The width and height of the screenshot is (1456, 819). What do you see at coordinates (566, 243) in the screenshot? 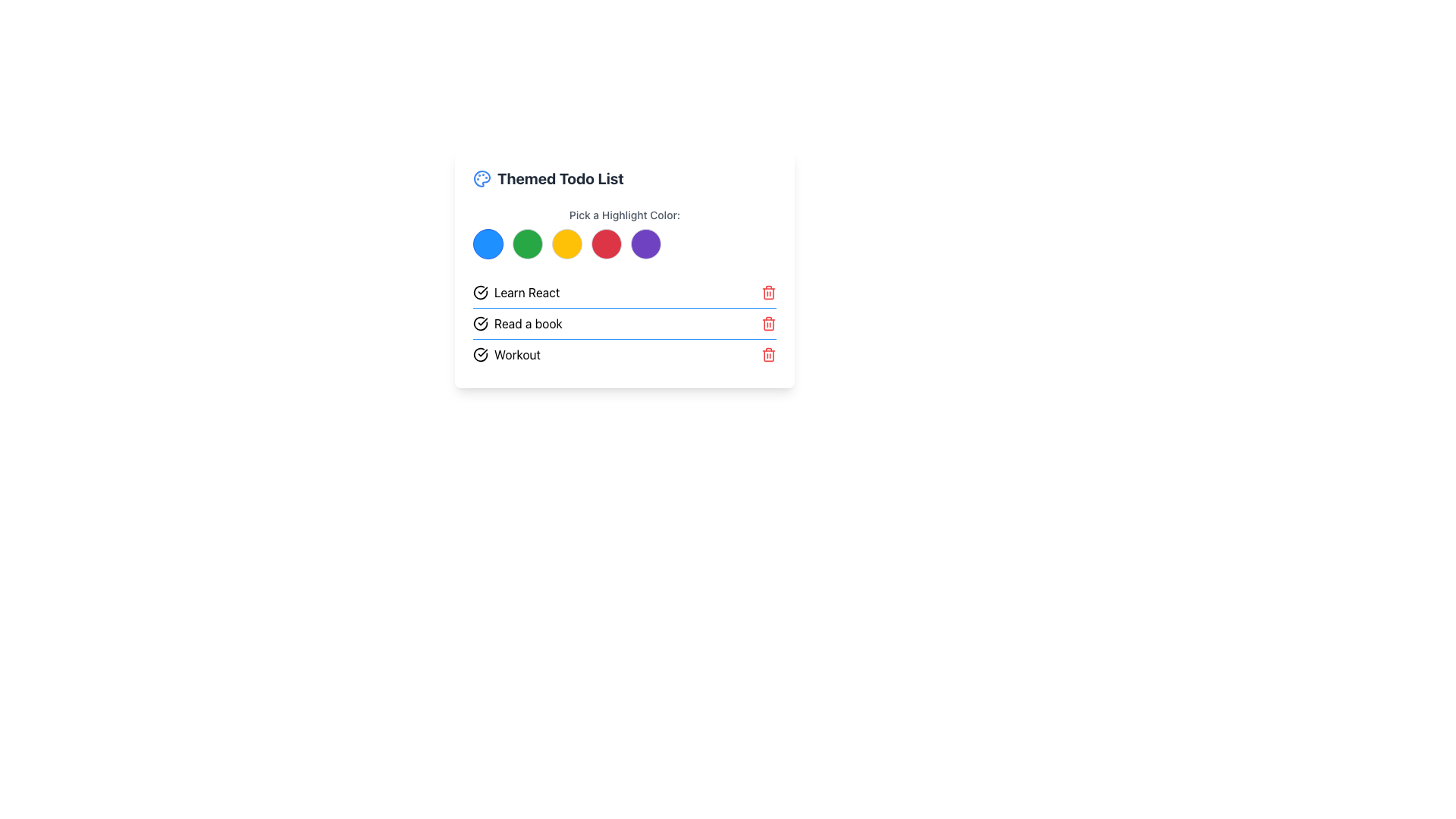
I see `the yellow selectable circle which is the third in a row of five circles, located above the tasks in the 'Themed Todo List' card` at bounding box center [566, 243].